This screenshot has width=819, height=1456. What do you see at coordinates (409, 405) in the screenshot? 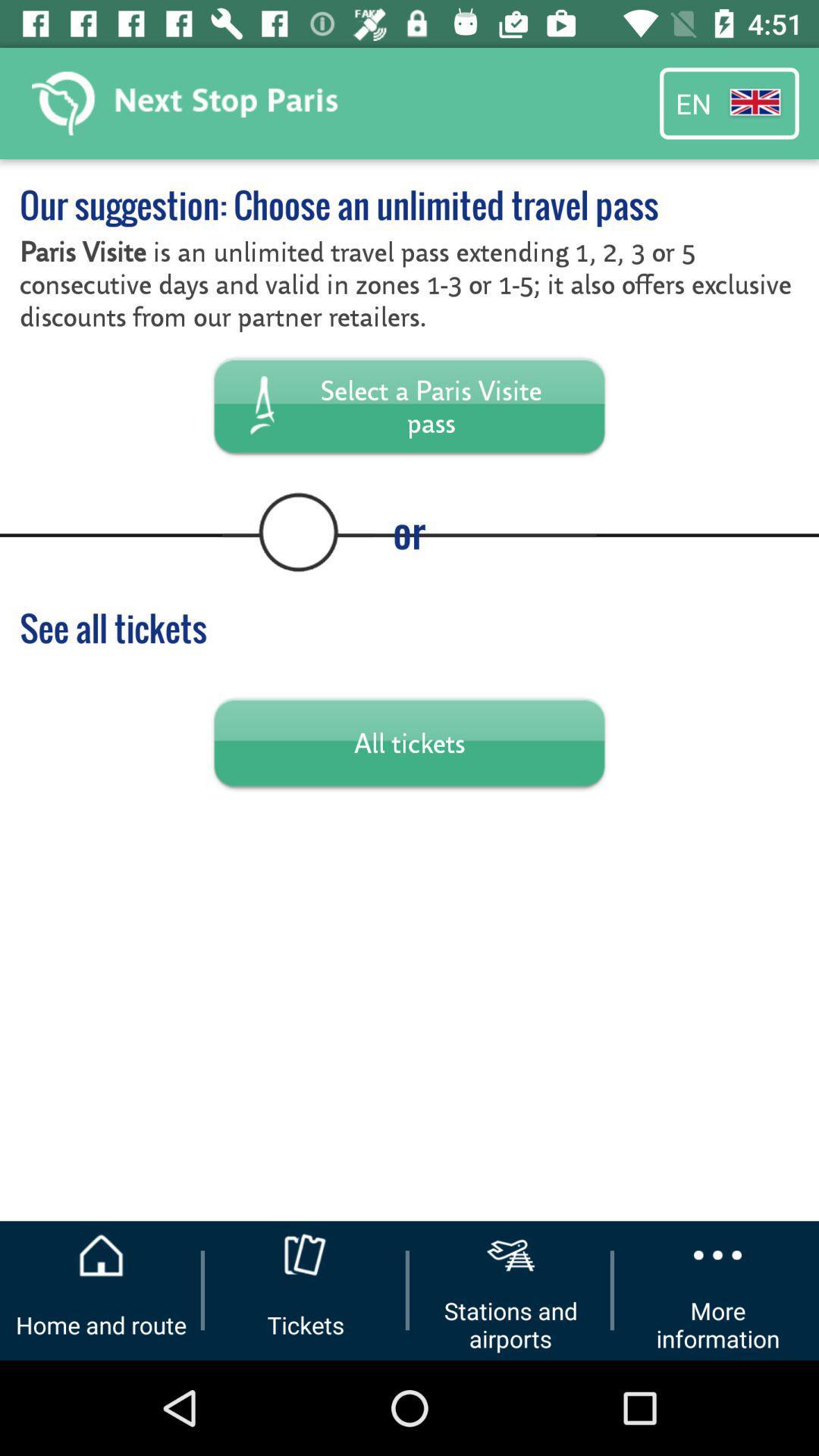
I see `the select a paris` at bounding box center [409, 405].